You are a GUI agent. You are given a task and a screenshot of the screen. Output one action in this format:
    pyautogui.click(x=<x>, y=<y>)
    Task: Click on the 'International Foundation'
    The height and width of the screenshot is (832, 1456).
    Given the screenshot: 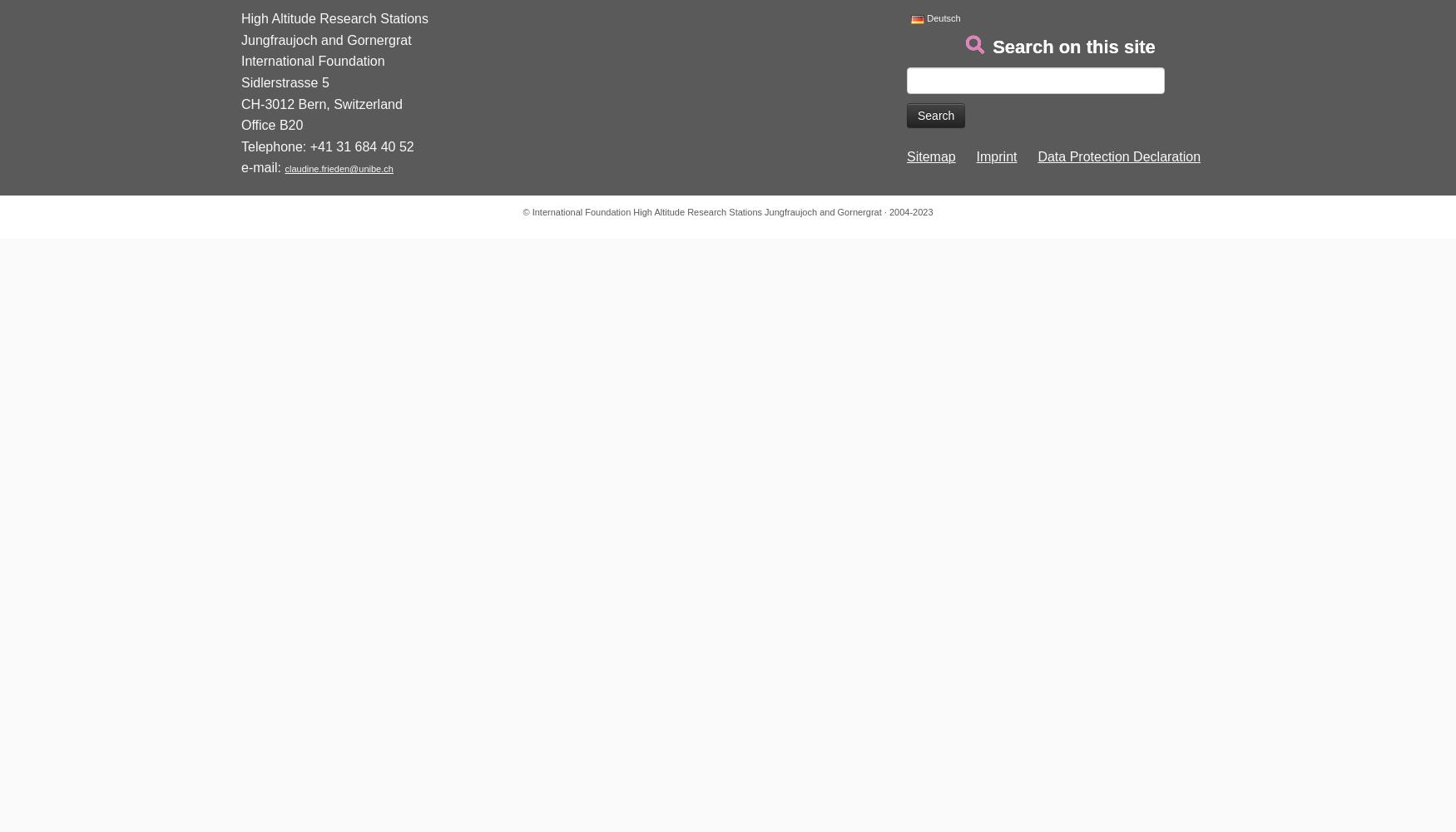 What is the action you would take?
    pyautogui.click(x=312, y=60)
    